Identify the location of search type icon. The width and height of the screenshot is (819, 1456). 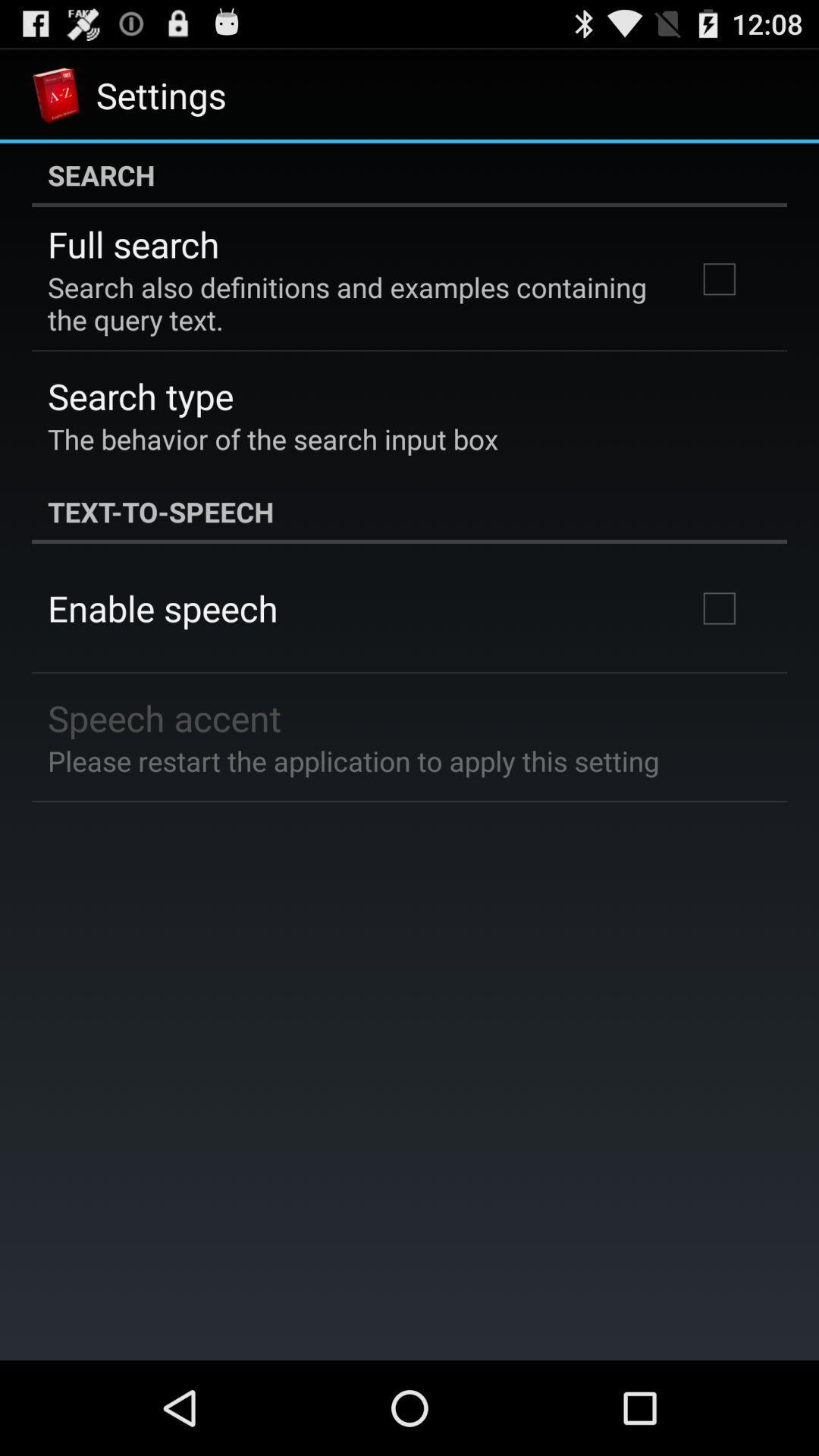
(140, 396).